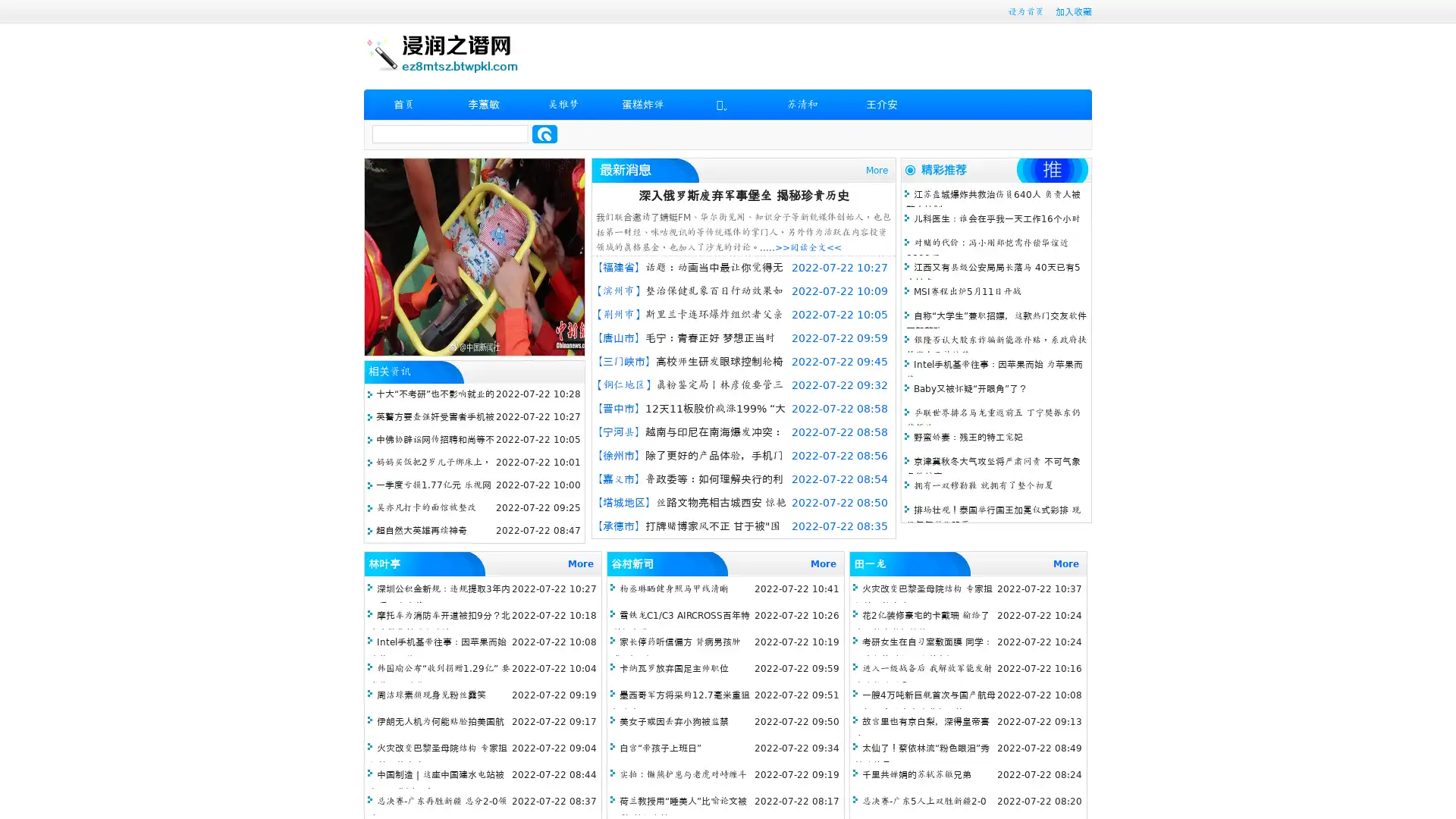  I want to click on Search, so click(544, 133).